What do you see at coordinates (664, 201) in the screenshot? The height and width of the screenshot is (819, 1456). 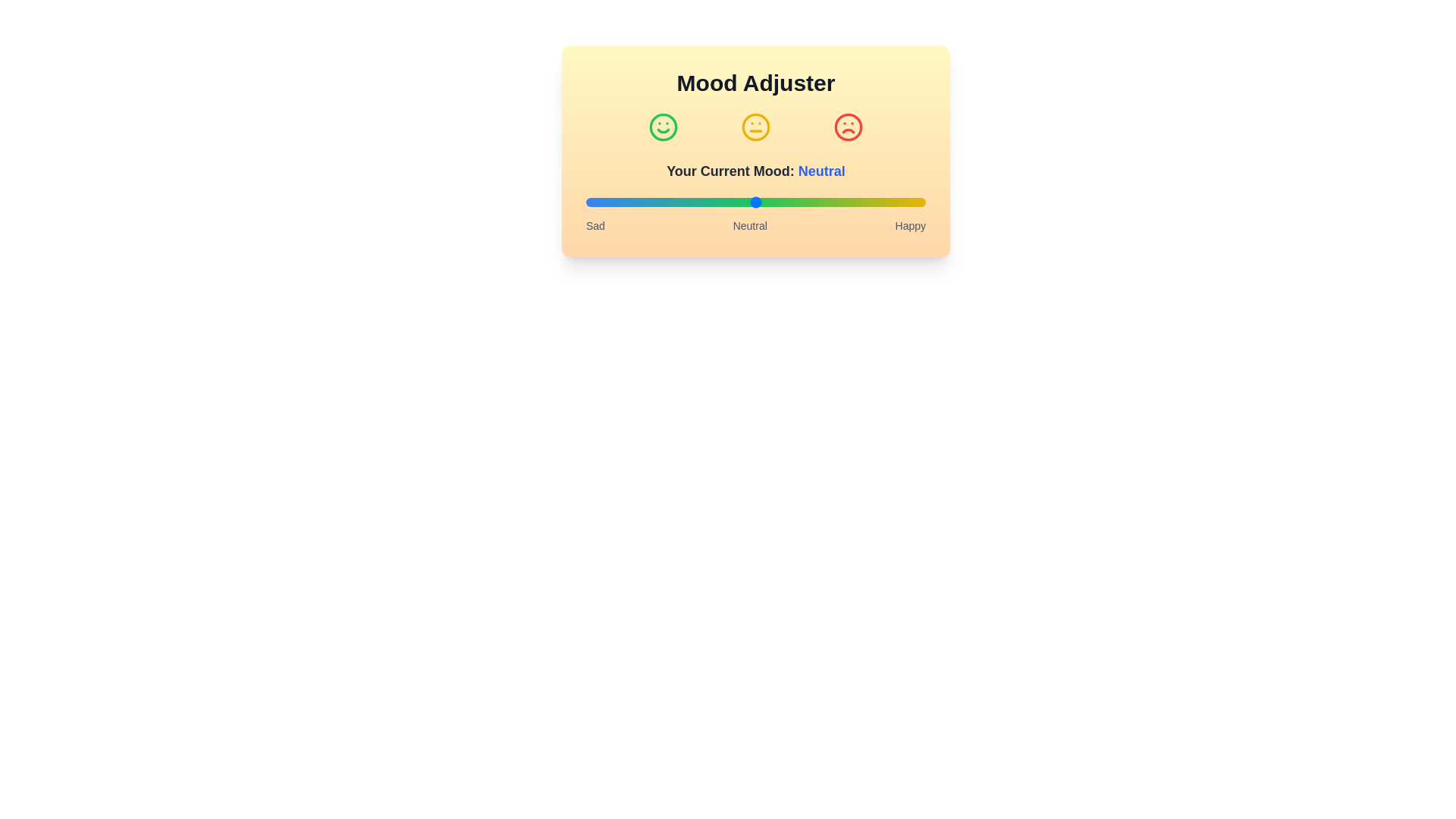 I see `the mood slider to the desired level 23` at bounding box center [664, 201].